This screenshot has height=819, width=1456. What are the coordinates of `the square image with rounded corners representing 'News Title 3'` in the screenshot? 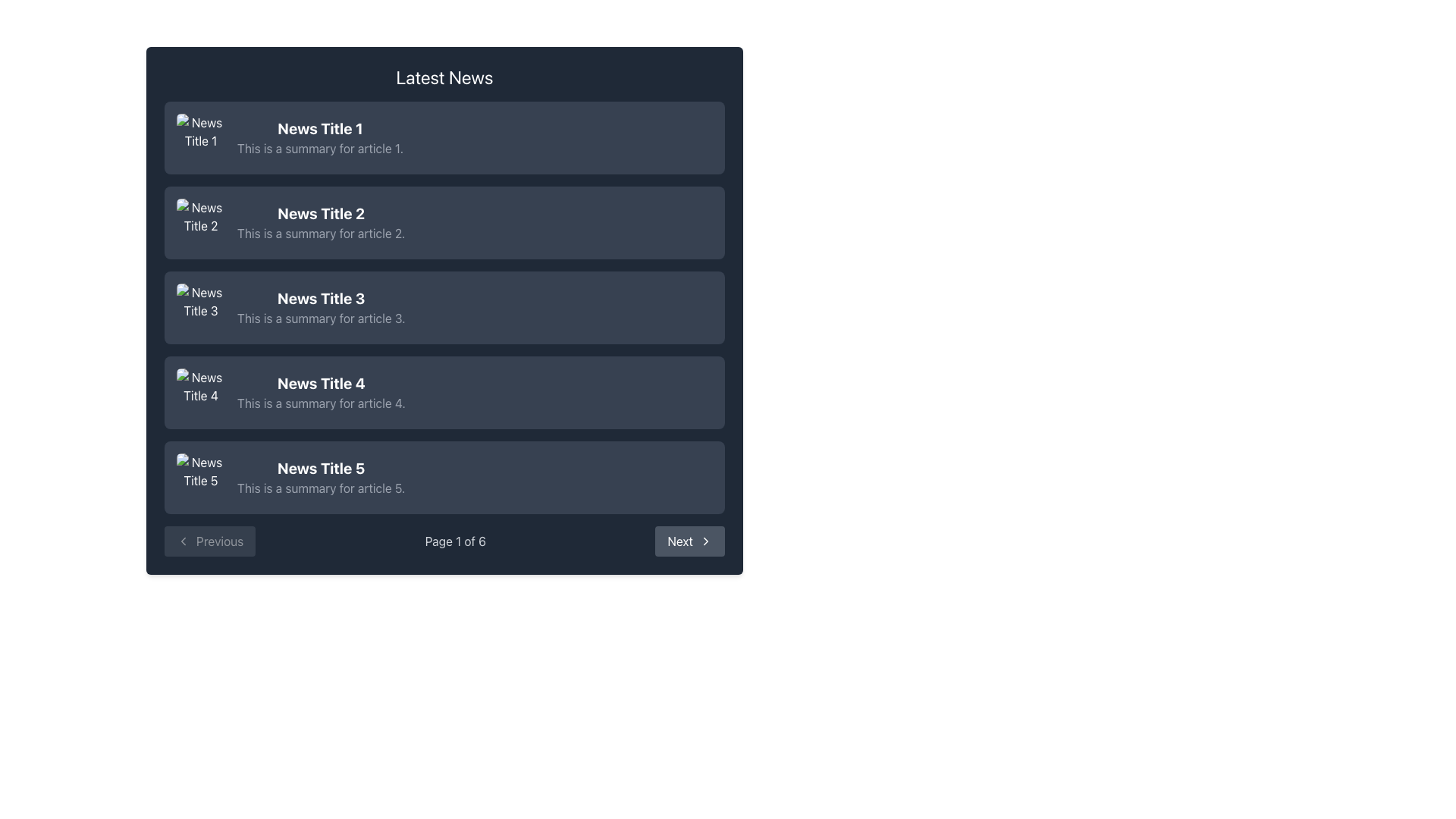 It's located at (199, 307).